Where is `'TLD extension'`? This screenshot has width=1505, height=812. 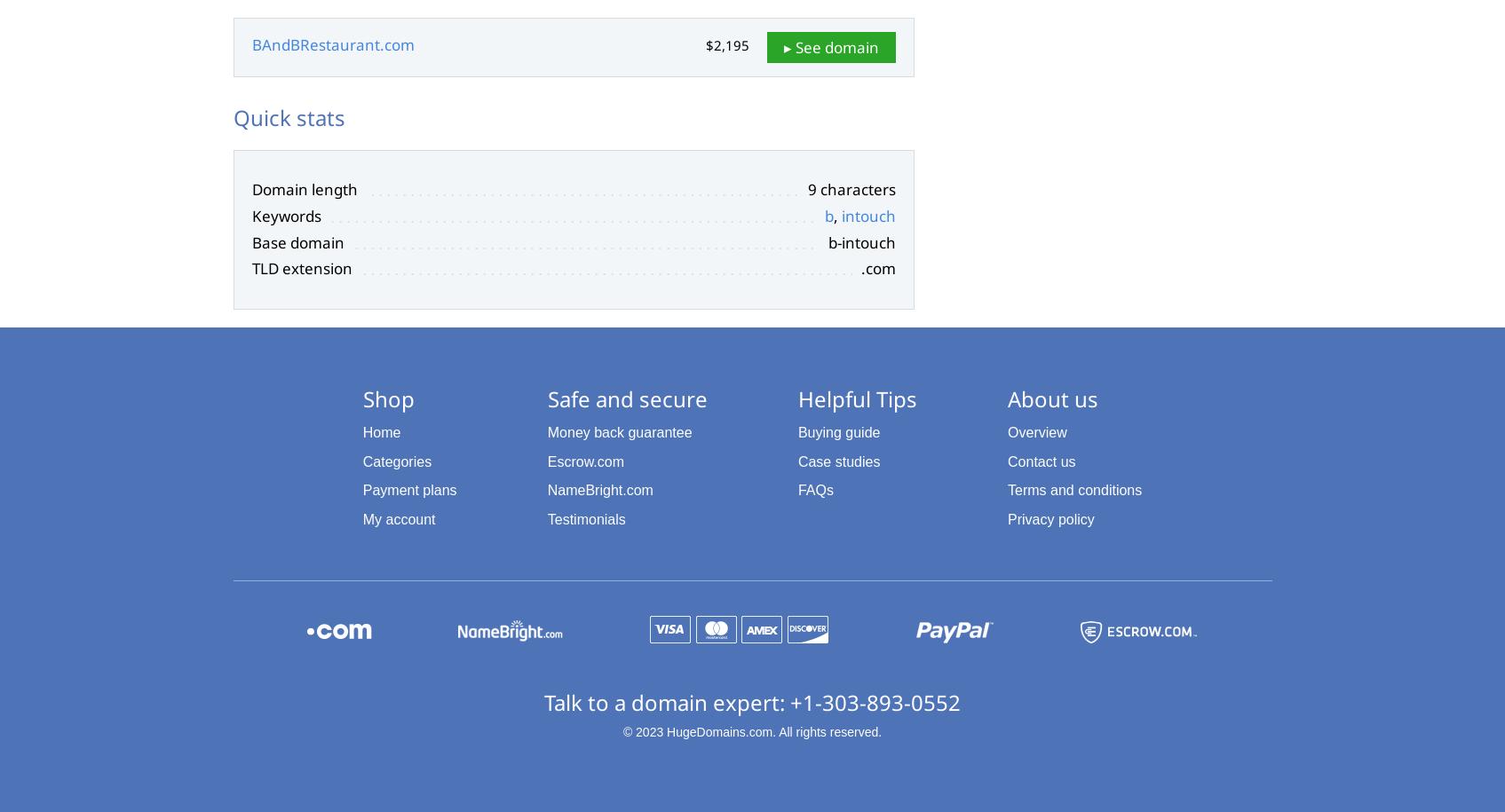 'TLD extension' is located at coordinates (300, 267).